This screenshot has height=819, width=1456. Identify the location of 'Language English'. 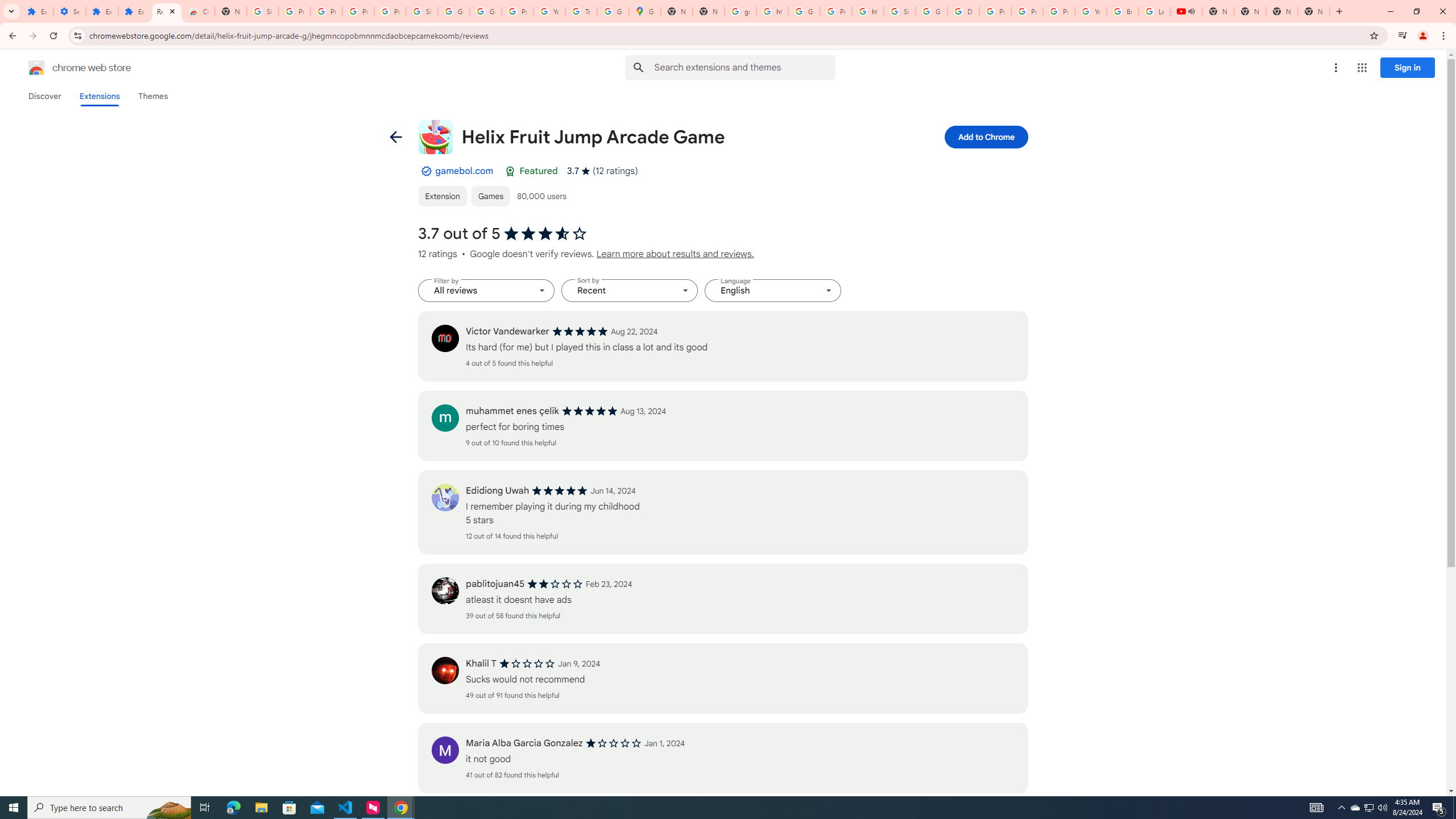
(772, 290).